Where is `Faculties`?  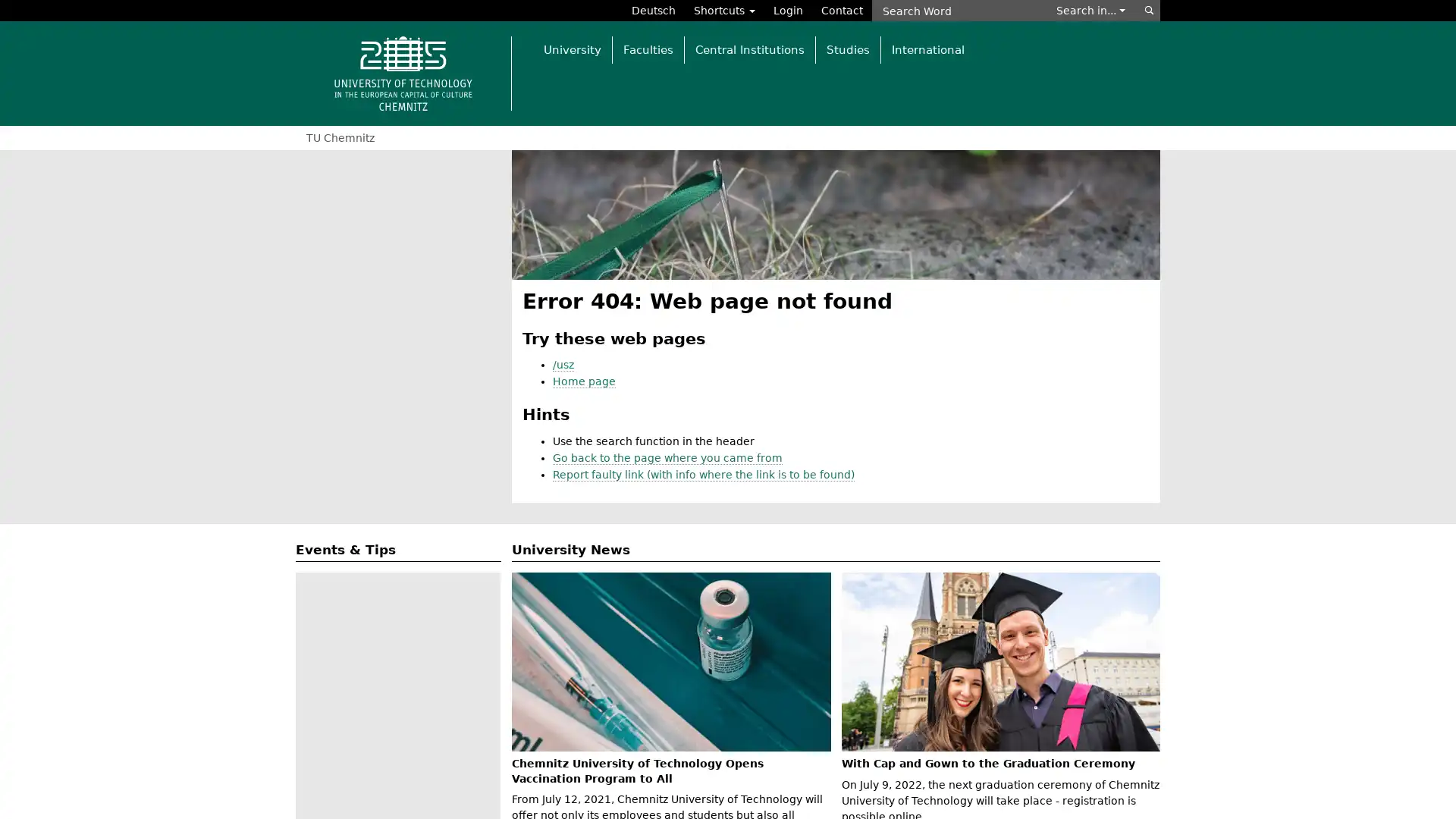
Faculties is located at coordinates (648, 49).